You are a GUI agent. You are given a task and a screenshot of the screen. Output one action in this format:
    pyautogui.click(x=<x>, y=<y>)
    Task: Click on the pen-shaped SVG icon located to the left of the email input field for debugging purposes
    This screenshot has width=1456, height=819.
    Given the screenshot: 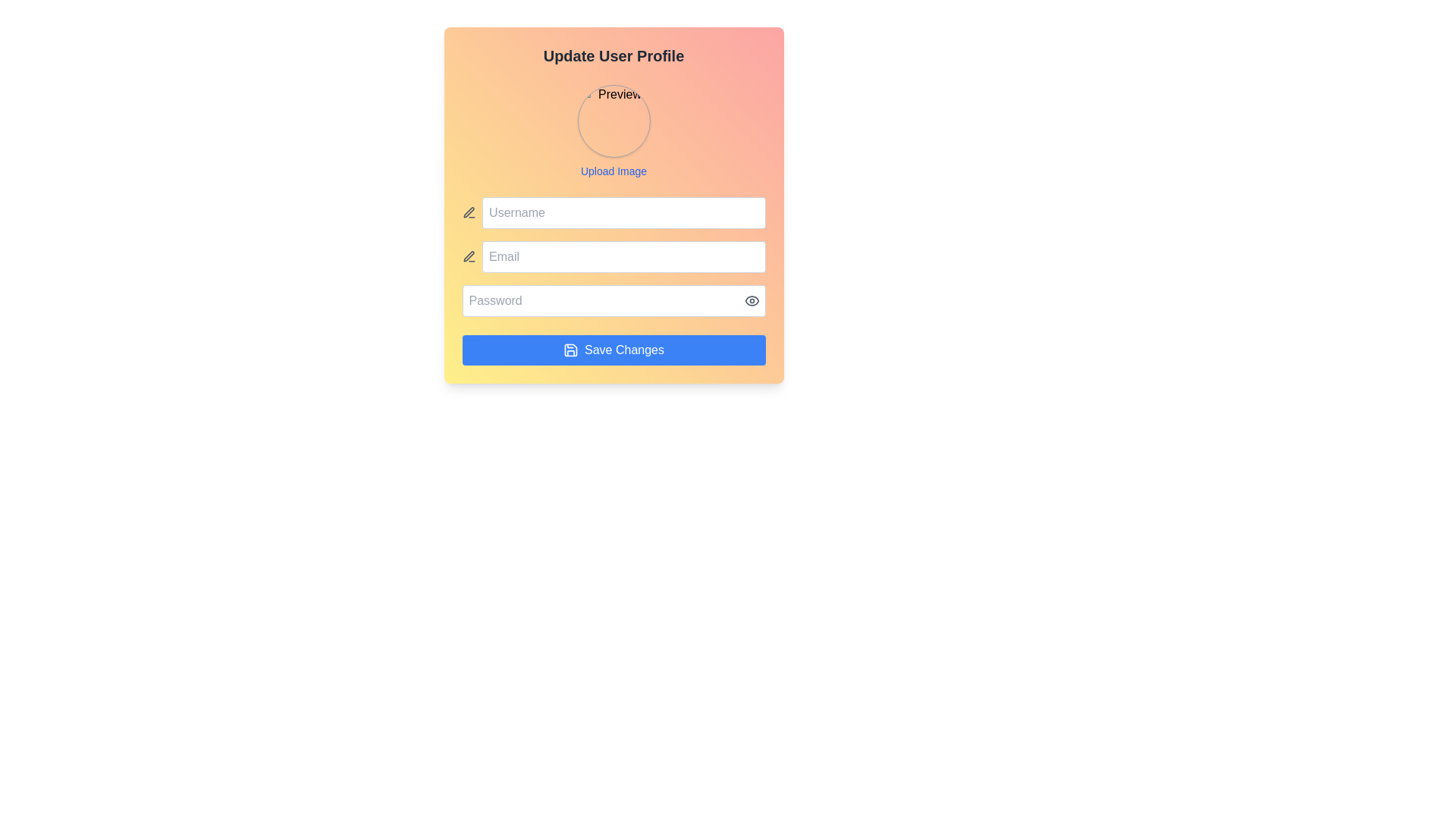 What is the action you would take?
    pyautogui.click(x=468, y=256)
    